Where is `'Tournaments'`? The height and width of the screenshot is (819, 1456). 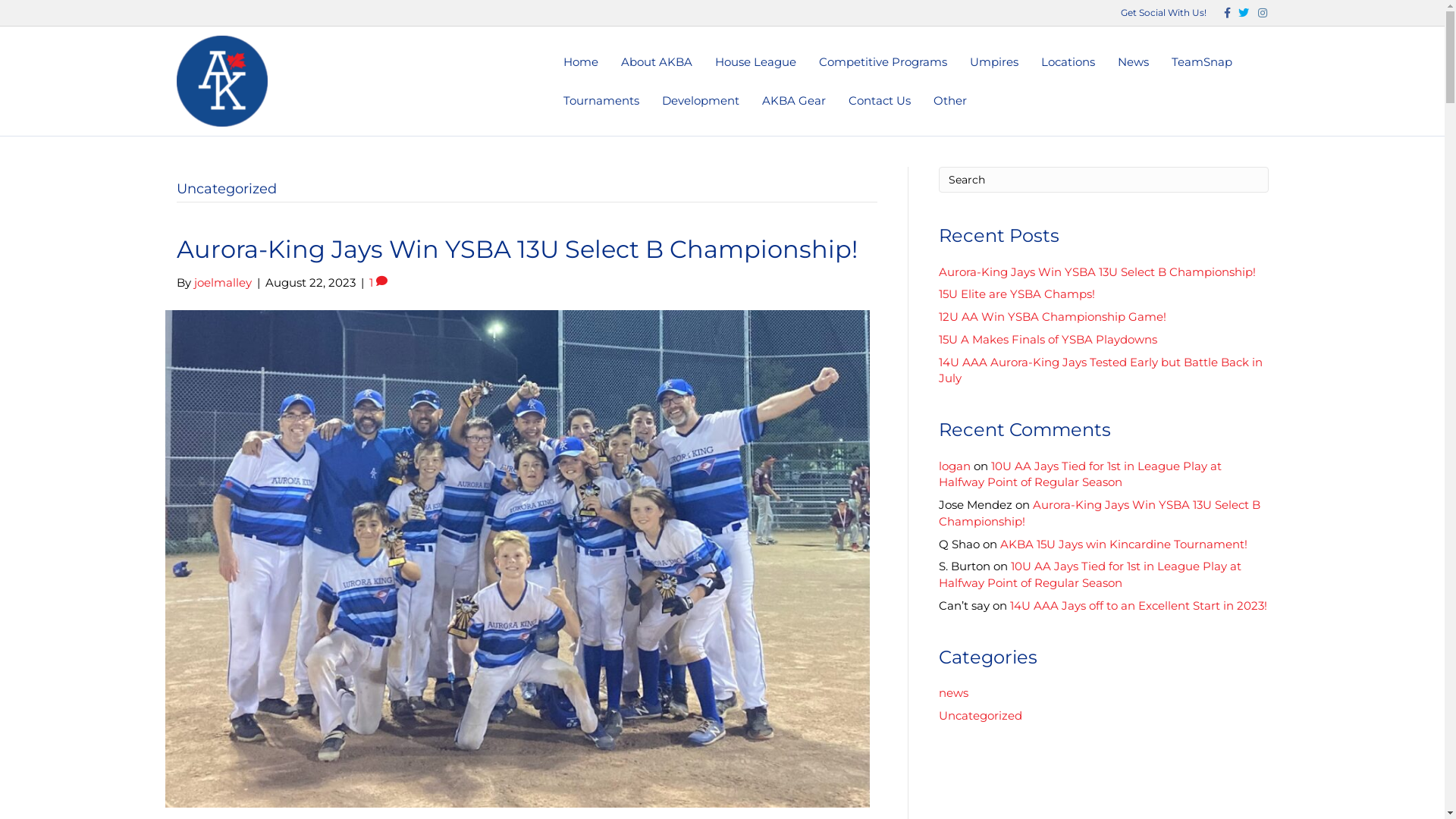
'Tournaments' is located at coordinates (600, 100).